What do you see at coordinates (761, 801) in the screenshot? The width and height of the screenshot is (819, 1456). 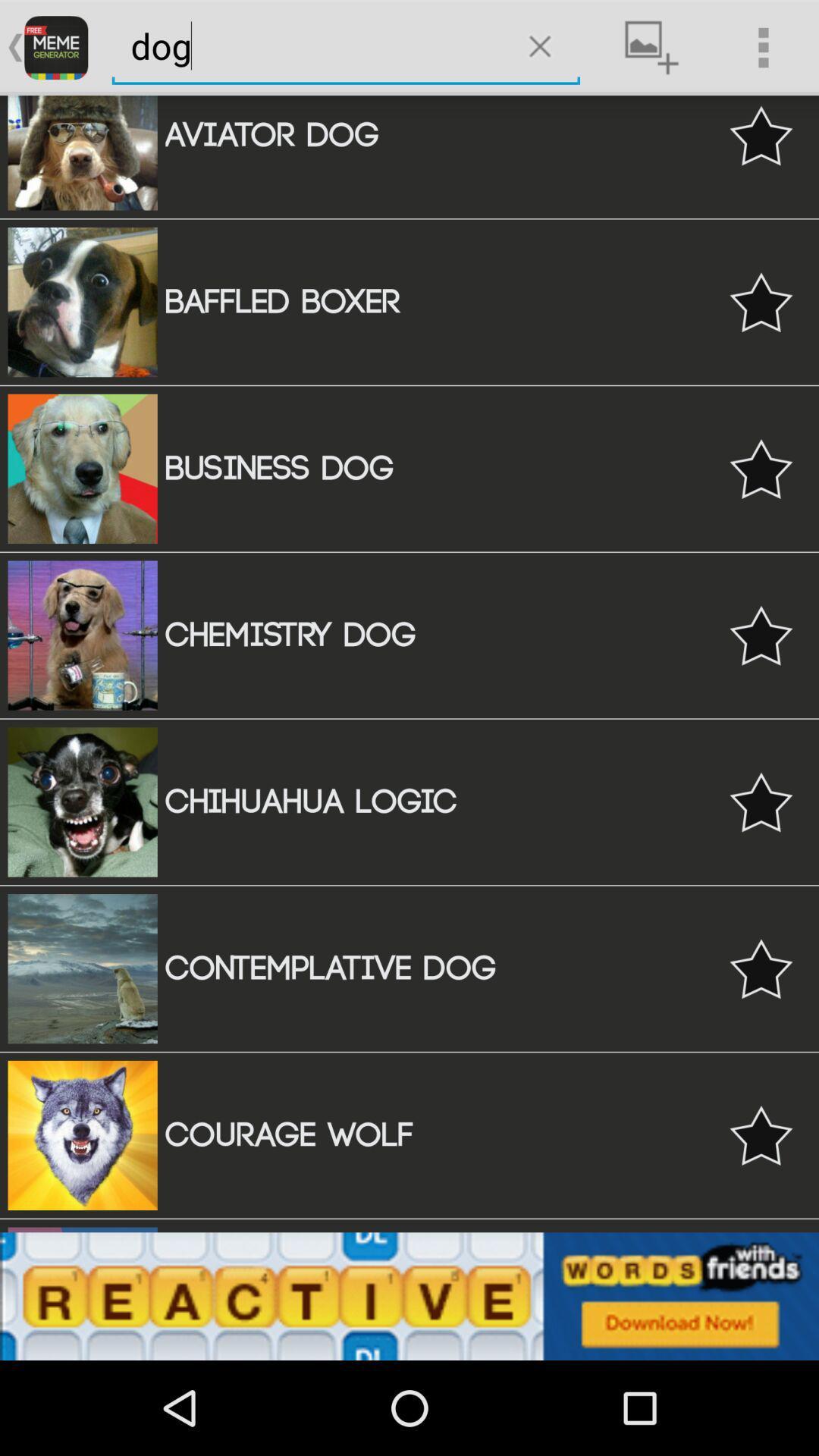 I see `the fifth star on web page` at bounding box center [761, 801].